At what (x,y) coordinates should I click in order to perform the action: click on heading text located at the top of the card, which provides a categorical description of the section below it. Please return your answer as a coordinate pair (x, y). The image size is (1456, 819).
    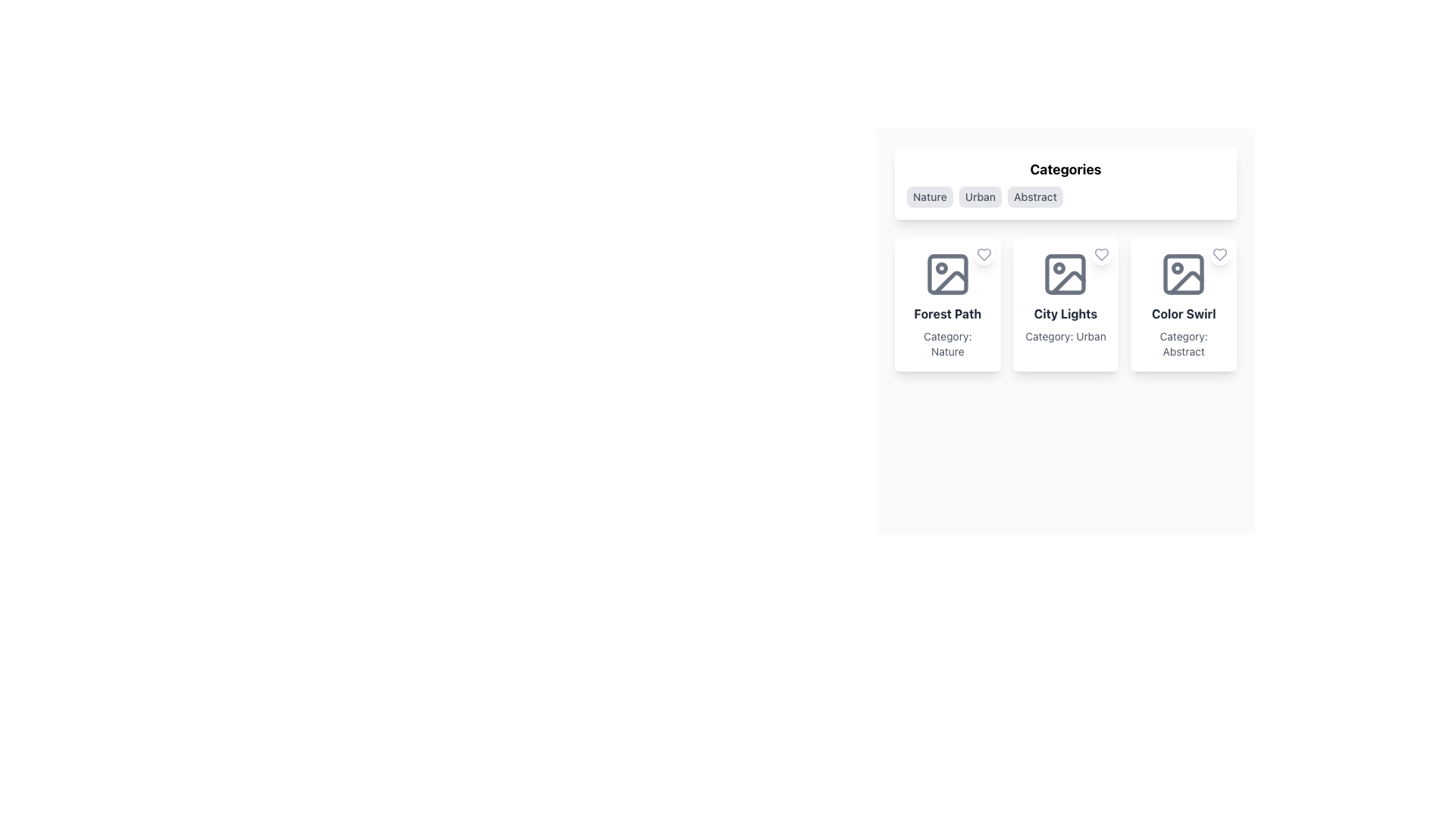
    Looking at the image, I should click on (1065, 169).